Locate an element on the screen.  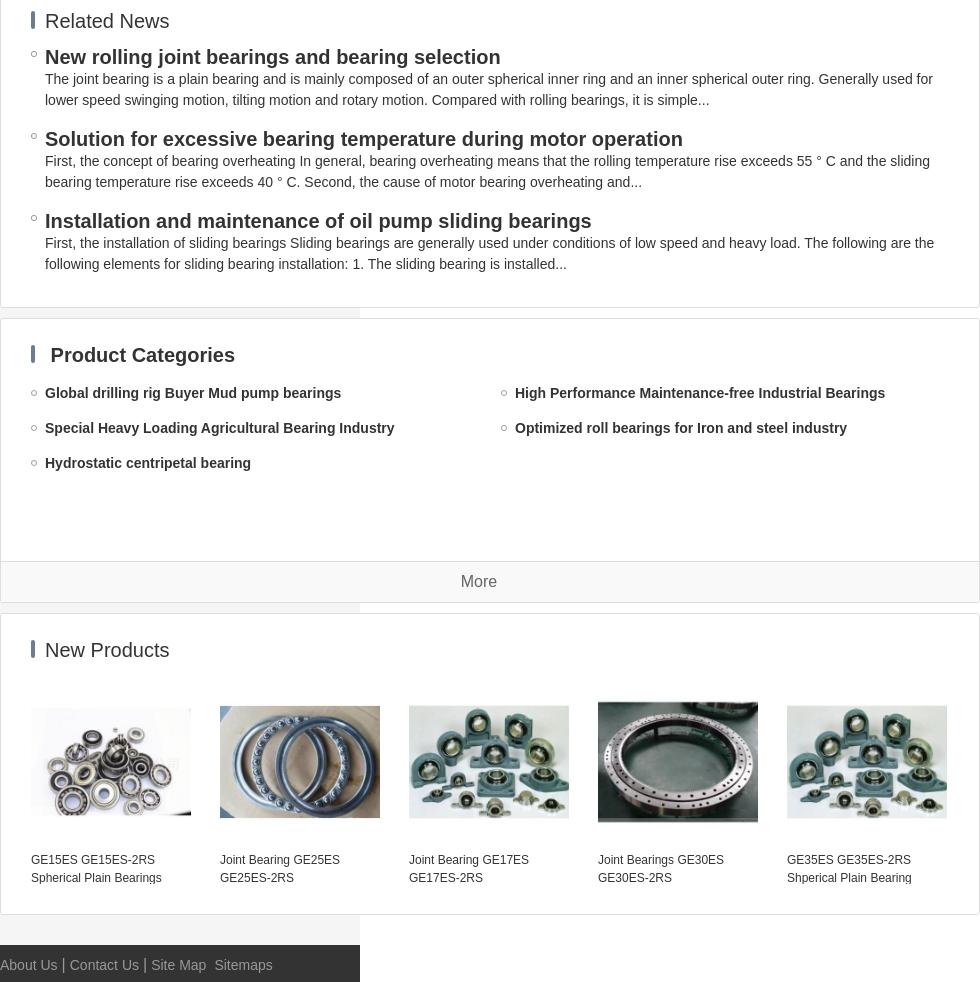
'Product Categories' is located at coordinates (142, 354).